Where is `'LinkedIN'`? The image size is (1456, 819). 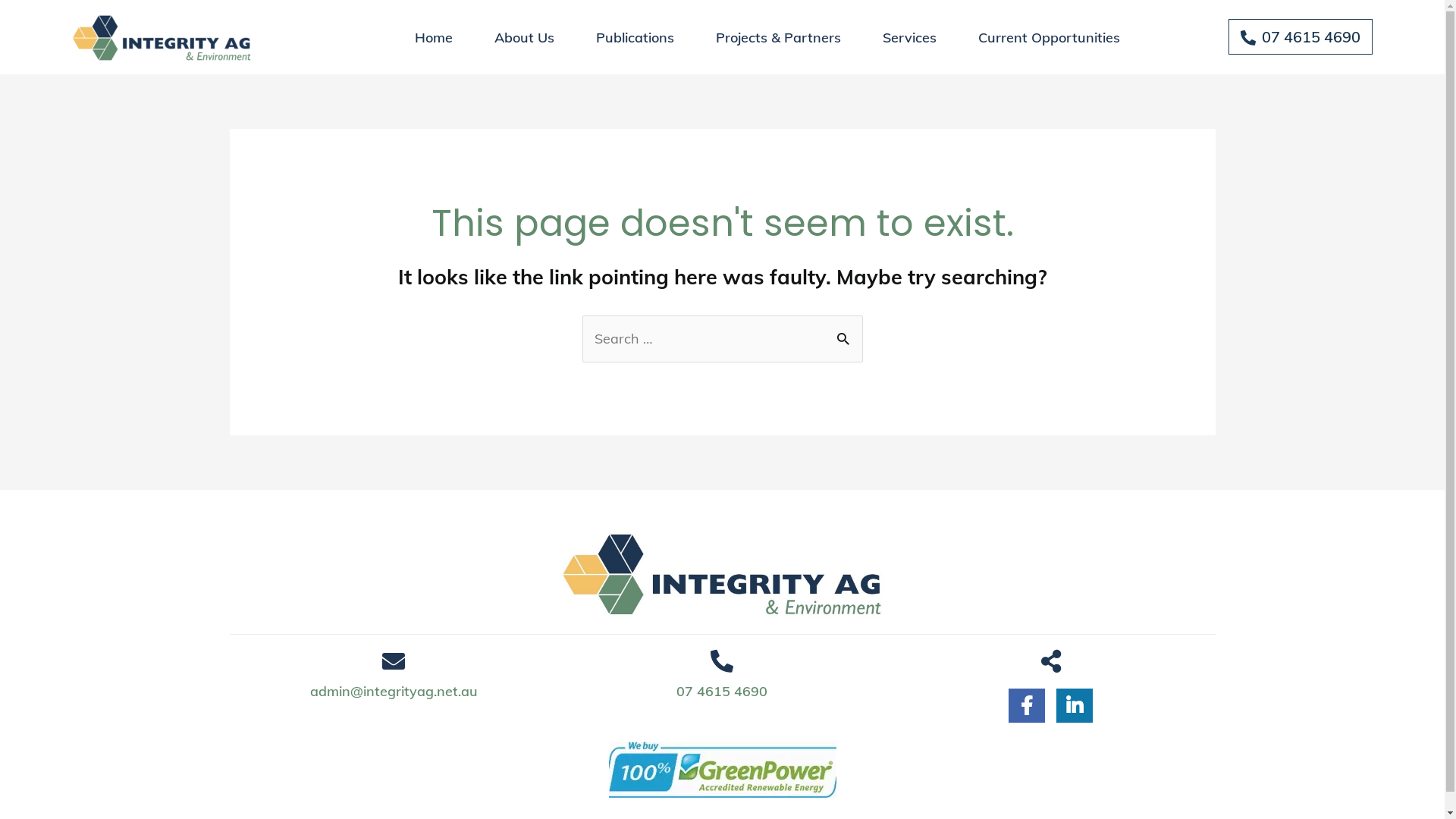 'LinkedIN' is located at coordinates (1073, 703).